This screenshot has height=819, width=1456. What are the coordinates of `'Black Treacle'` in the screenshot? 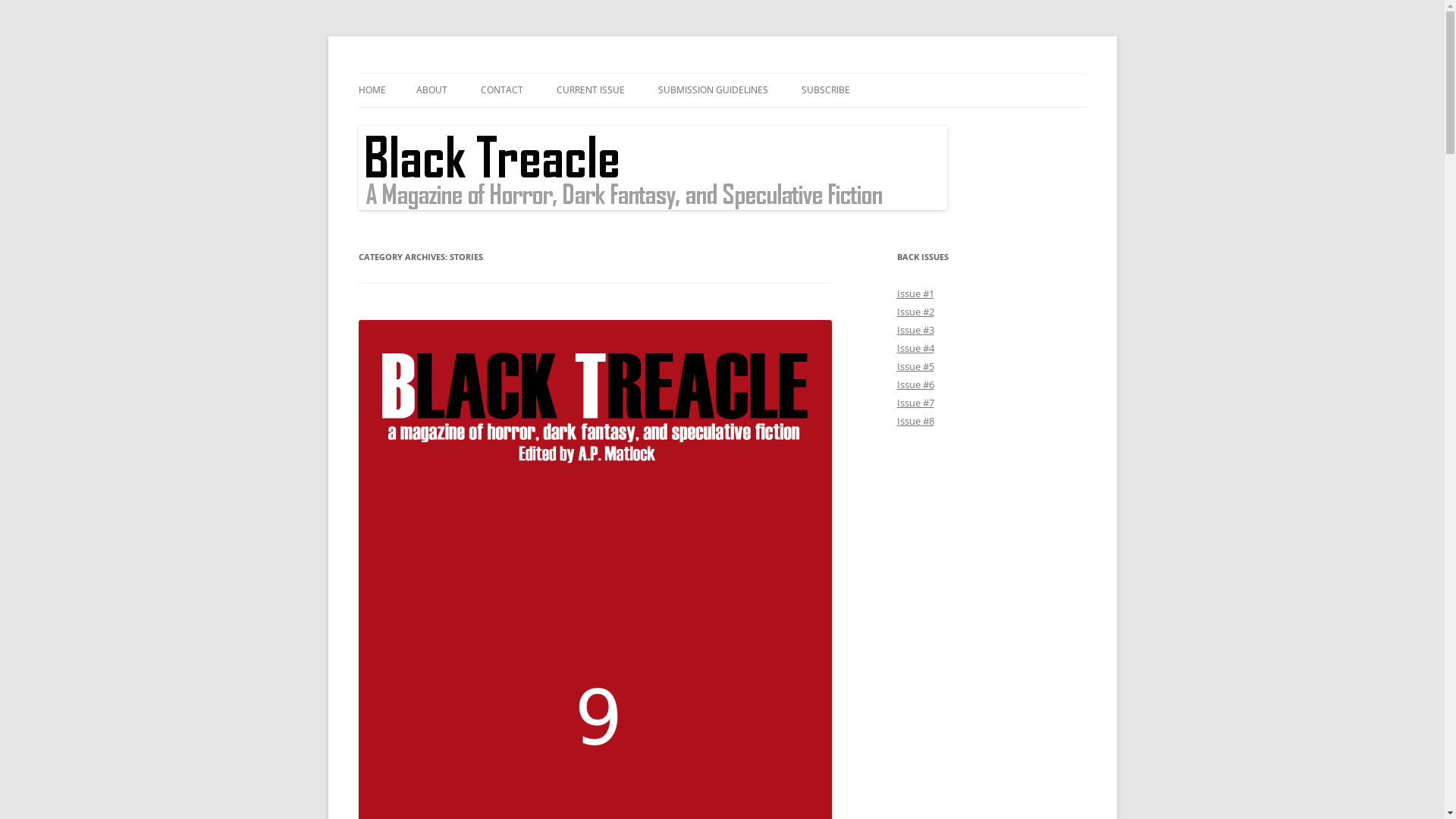 It's located at (356, 73).